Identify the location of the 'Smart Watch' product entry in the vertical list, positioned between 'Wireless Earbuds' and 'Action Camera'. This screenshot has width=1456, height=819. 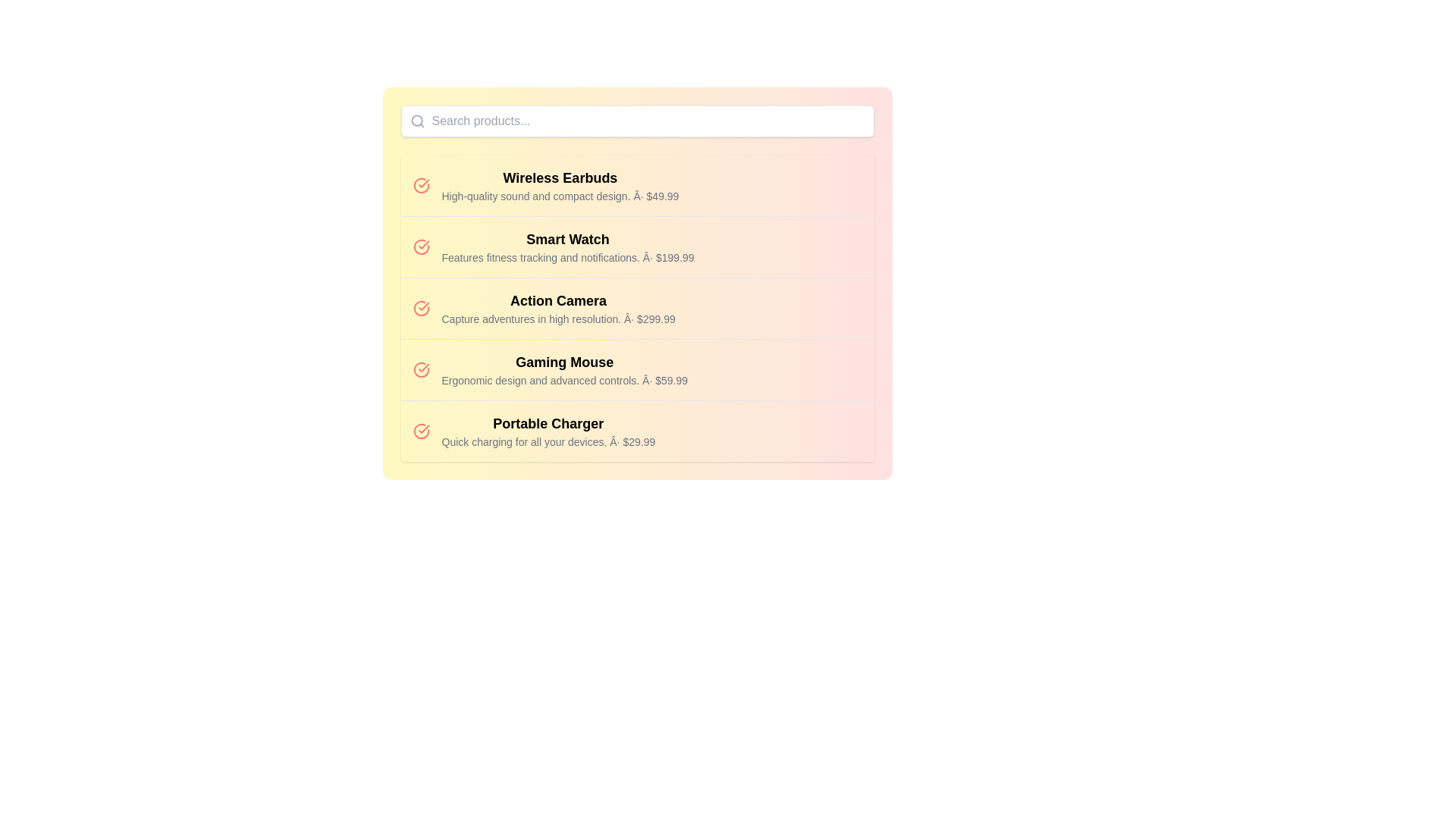
(637, 246).